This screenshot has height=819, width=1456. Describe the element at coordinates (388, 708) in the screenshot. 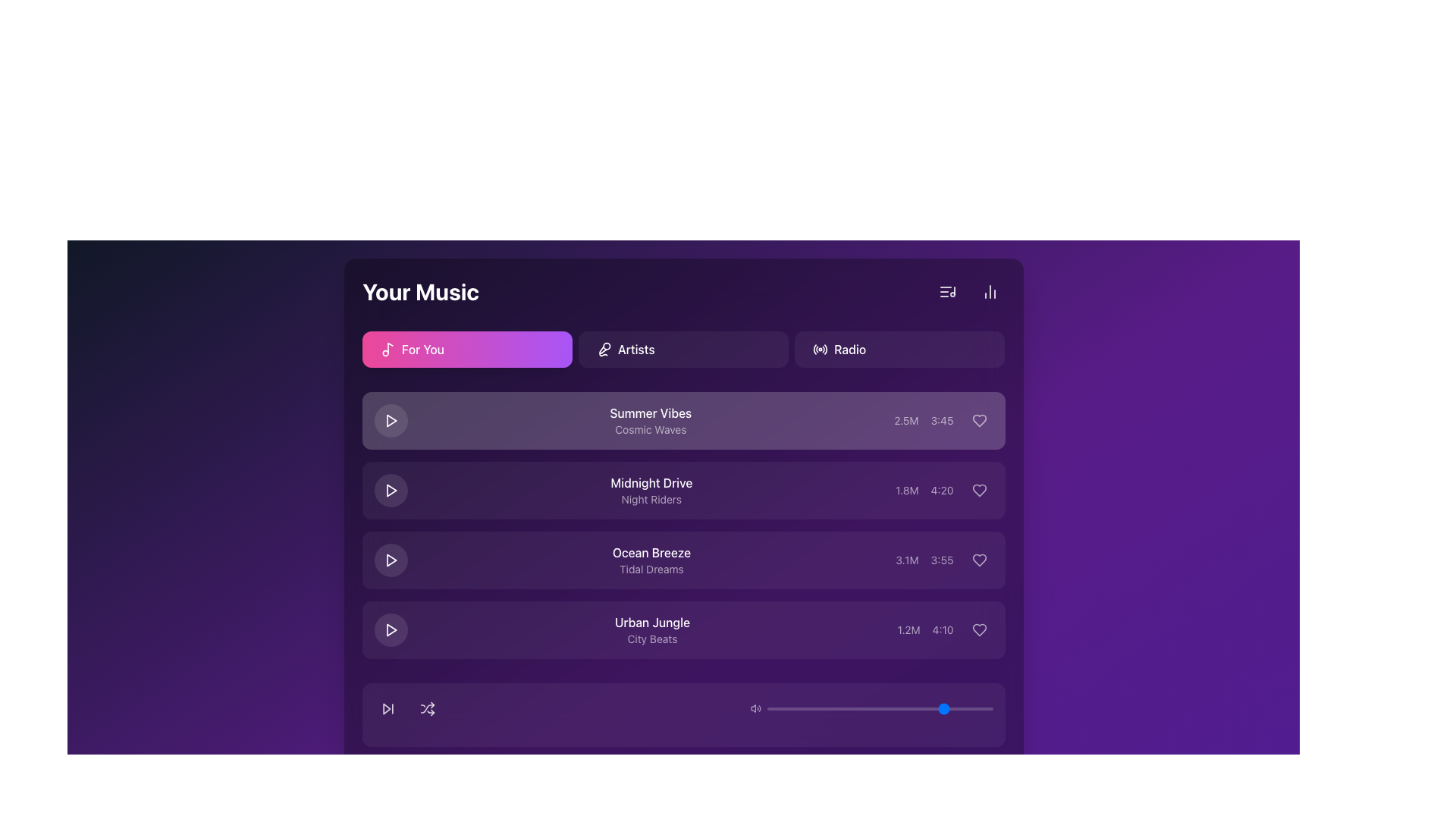

I see `the forward-skip button located at the bottom-left of the vertical list of songs` at that location.